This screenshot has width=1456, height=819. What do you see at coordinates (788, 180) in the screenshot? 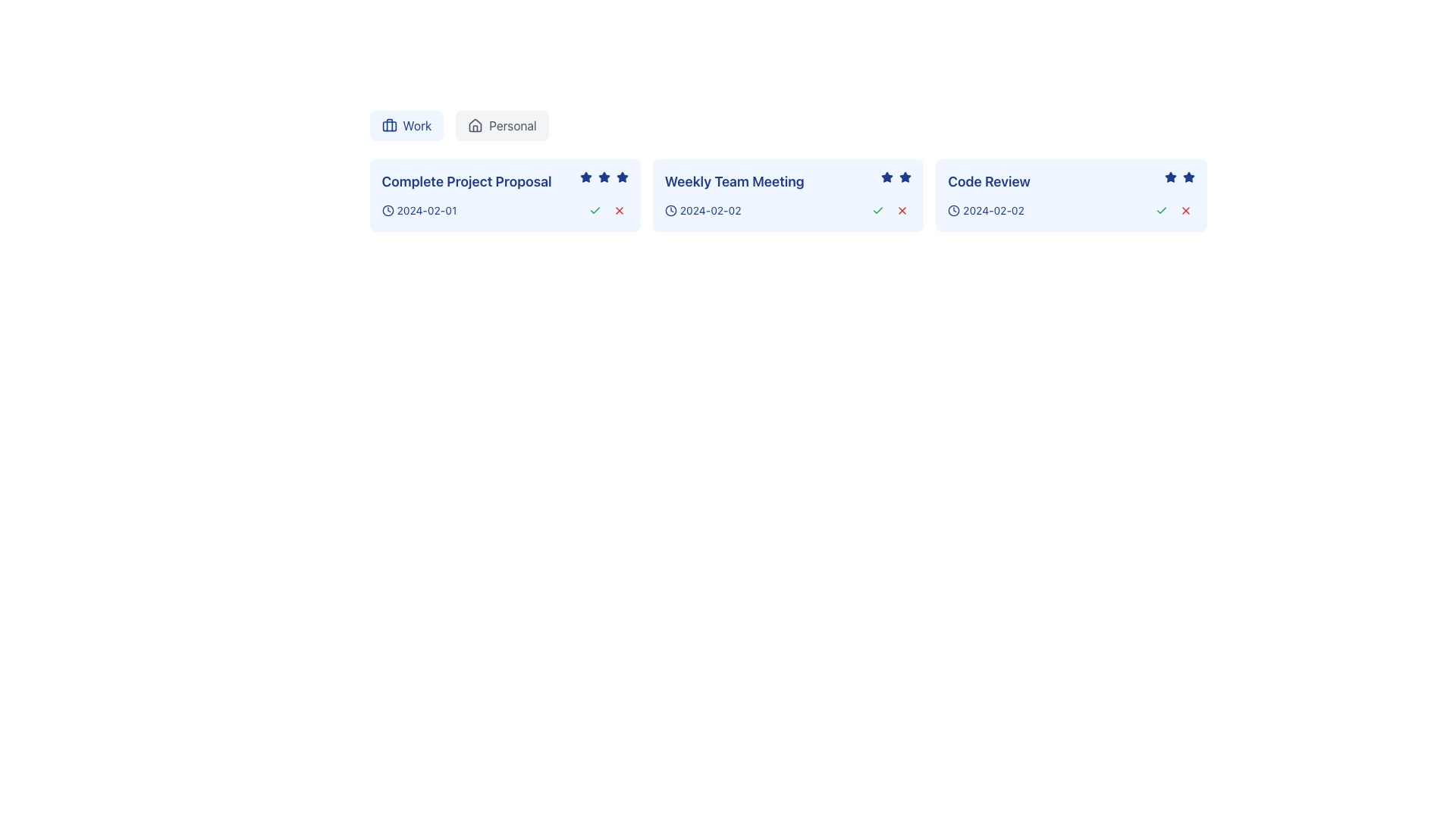
I see `the 'Weekly Team Meeting' text label to visualize interactivity with the associated stars` at bounding box center [788, 180].